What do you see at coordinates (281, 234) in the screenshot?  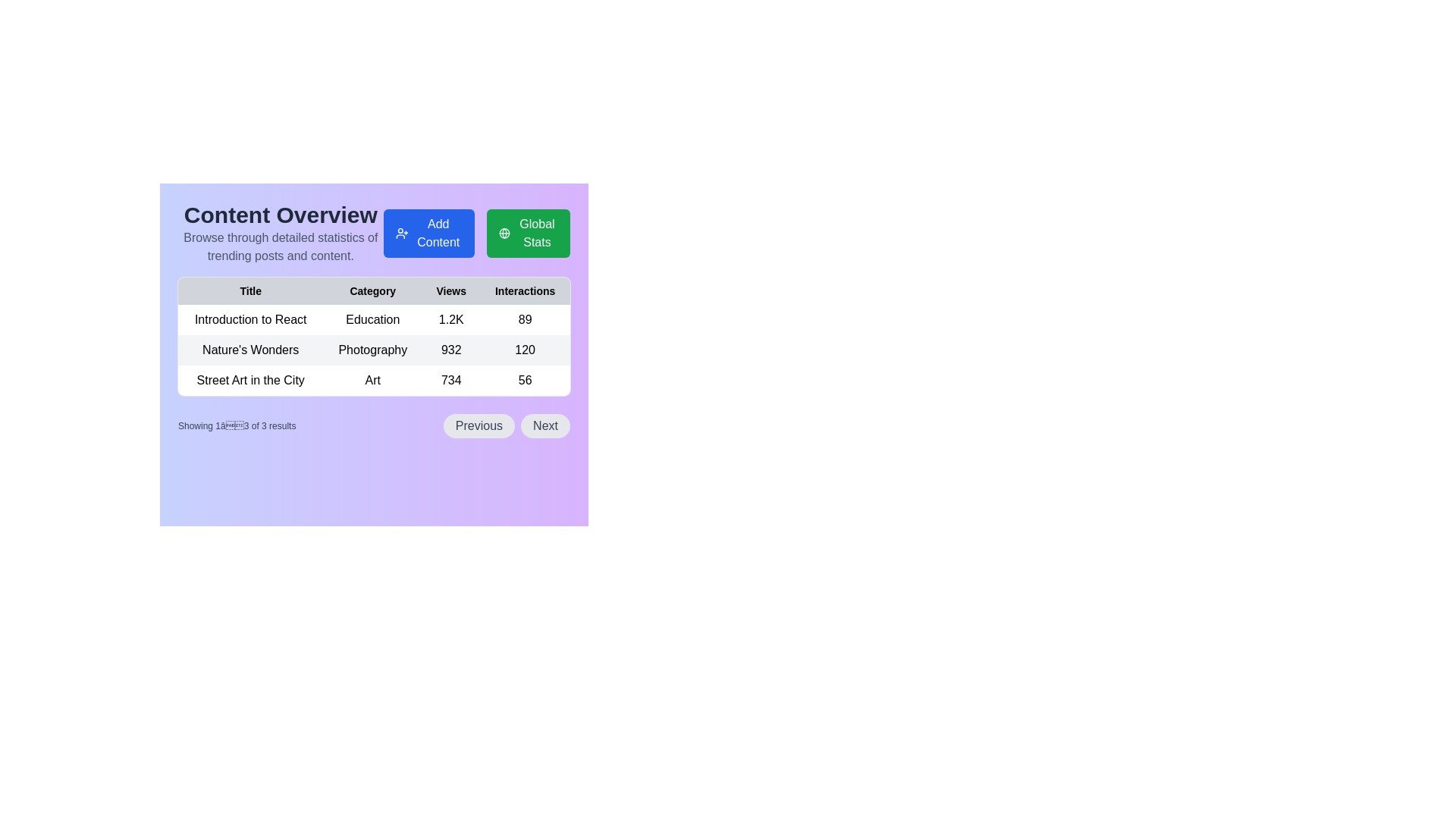 I see `the informational header element that provides a title and description for the content statistics page, located to the left of the 'Add Content' and 'Global Stats' buttons` at bounding box center [281, 234].